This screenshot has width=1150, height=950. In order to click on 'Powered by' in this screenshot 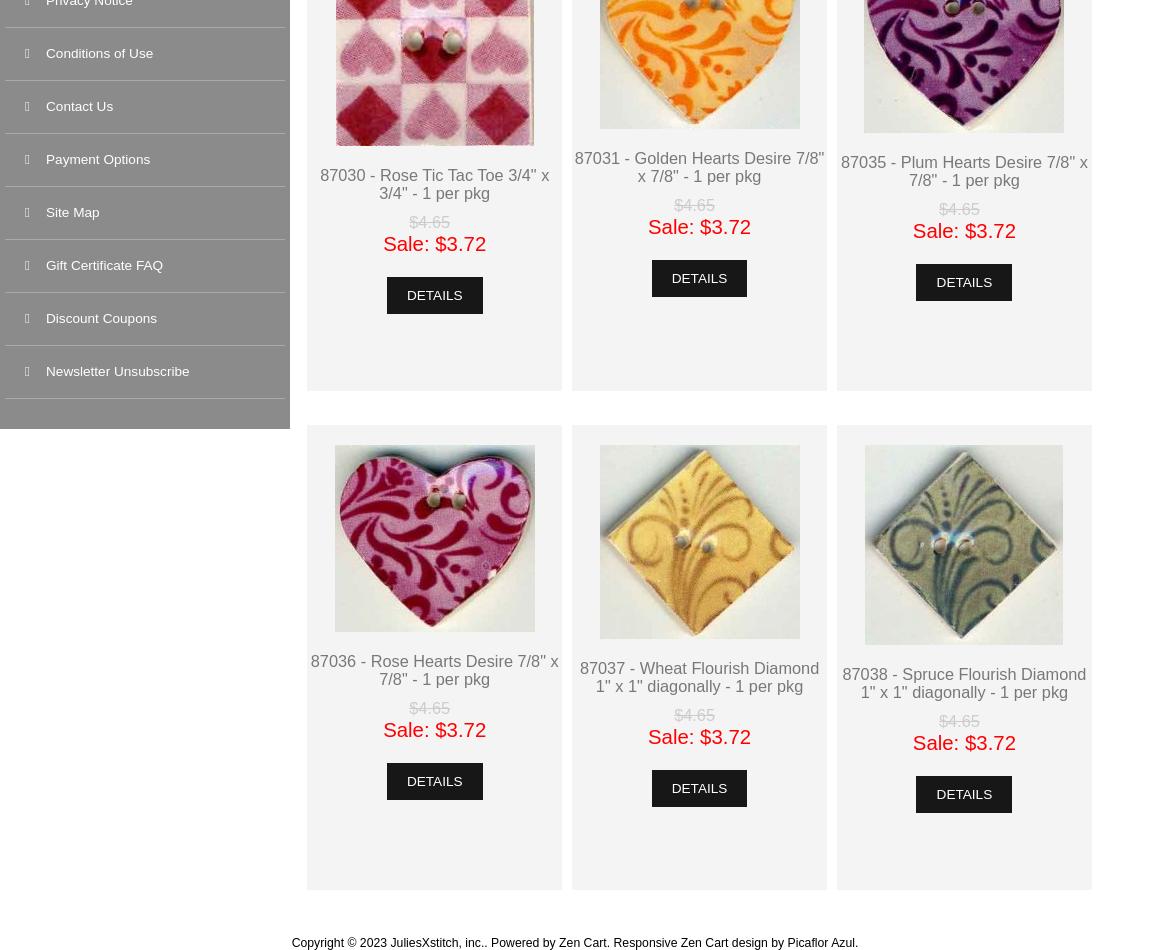, I will do `click(487, 941)`.